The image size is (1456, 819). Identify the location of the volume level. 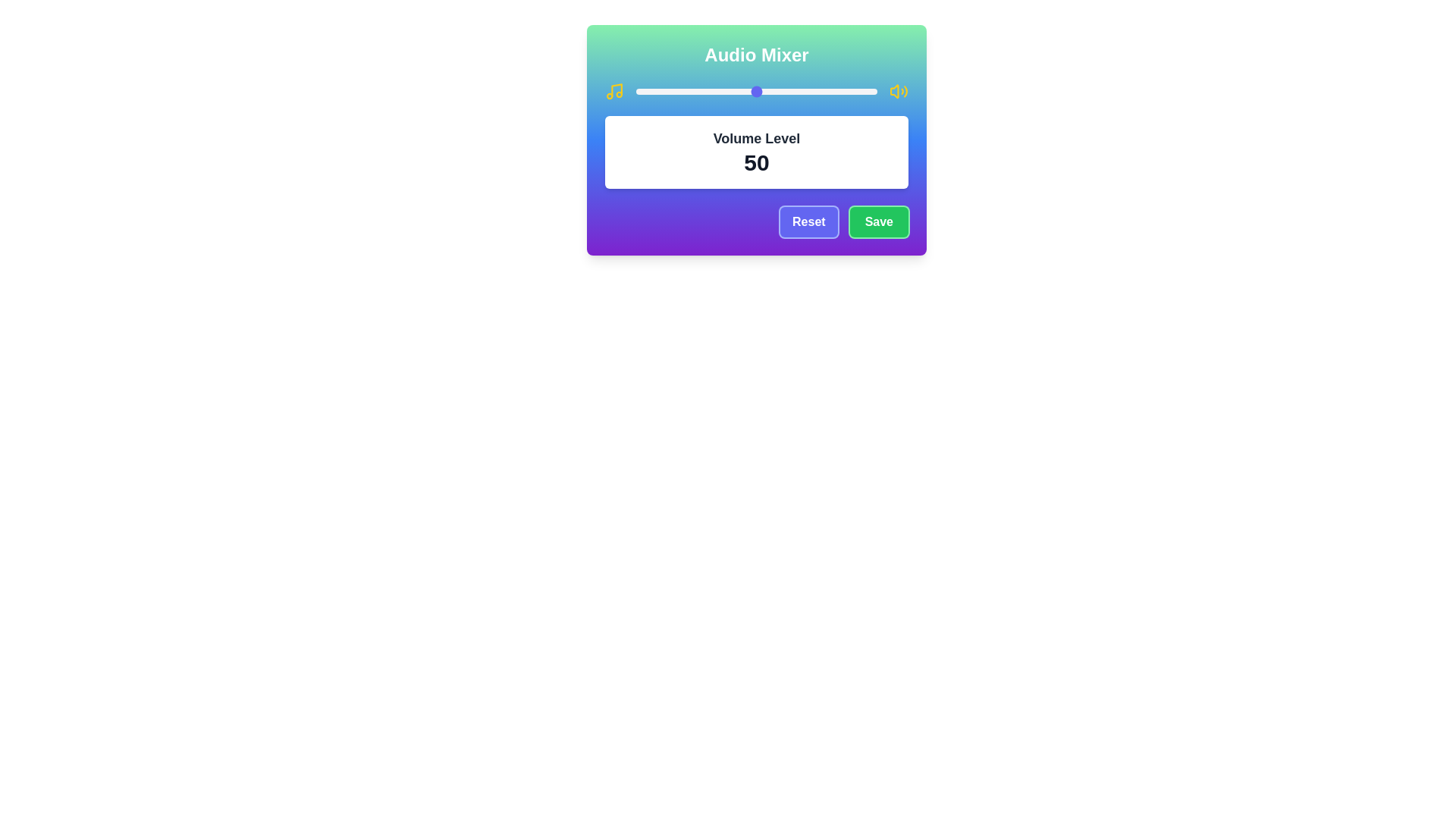
(816, 91).